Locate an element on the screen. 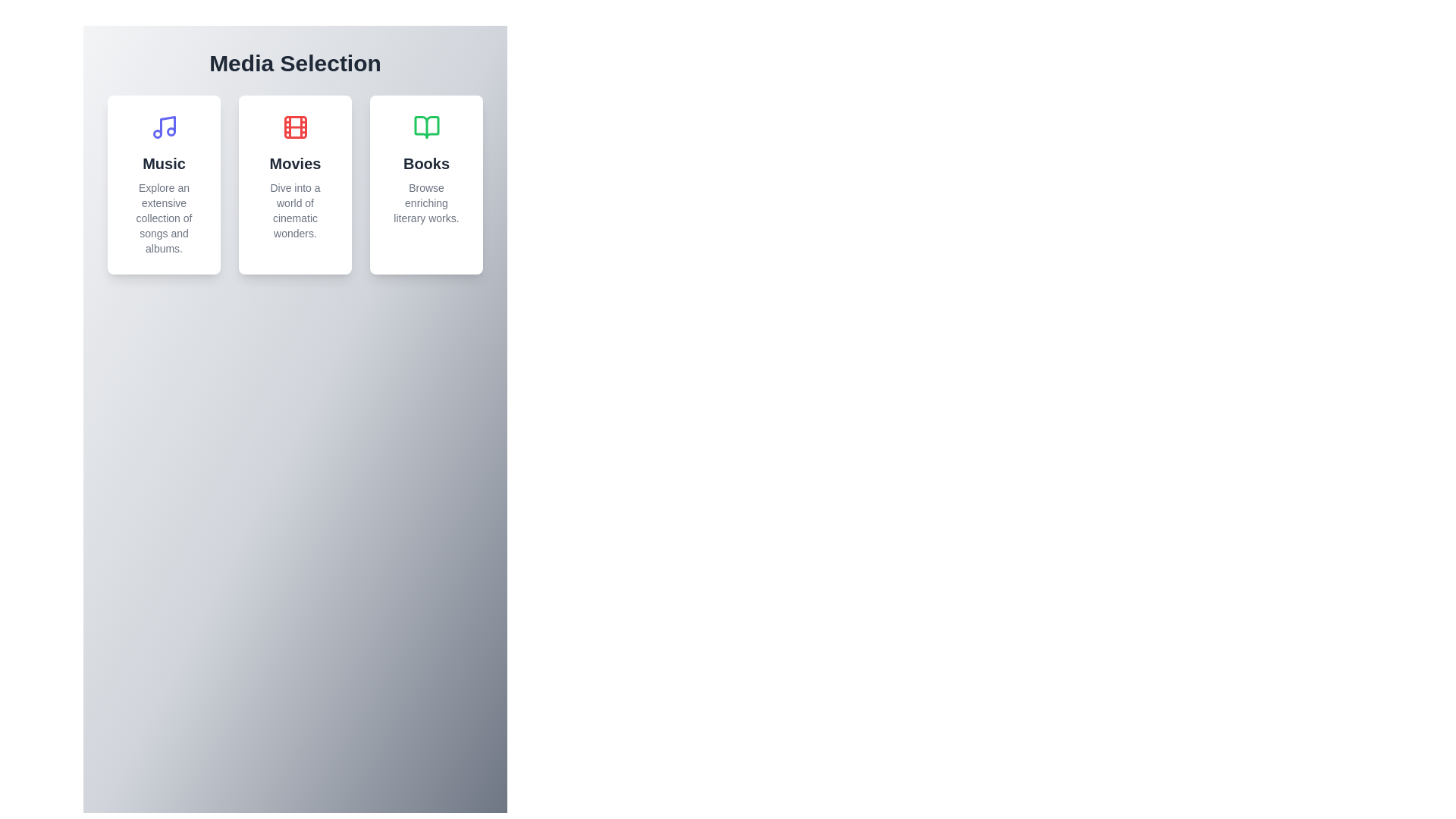  the descriptive text label located within the 'Books' section card, positioned directly underneath the title 'Books' is located at coordinates (425, 202).